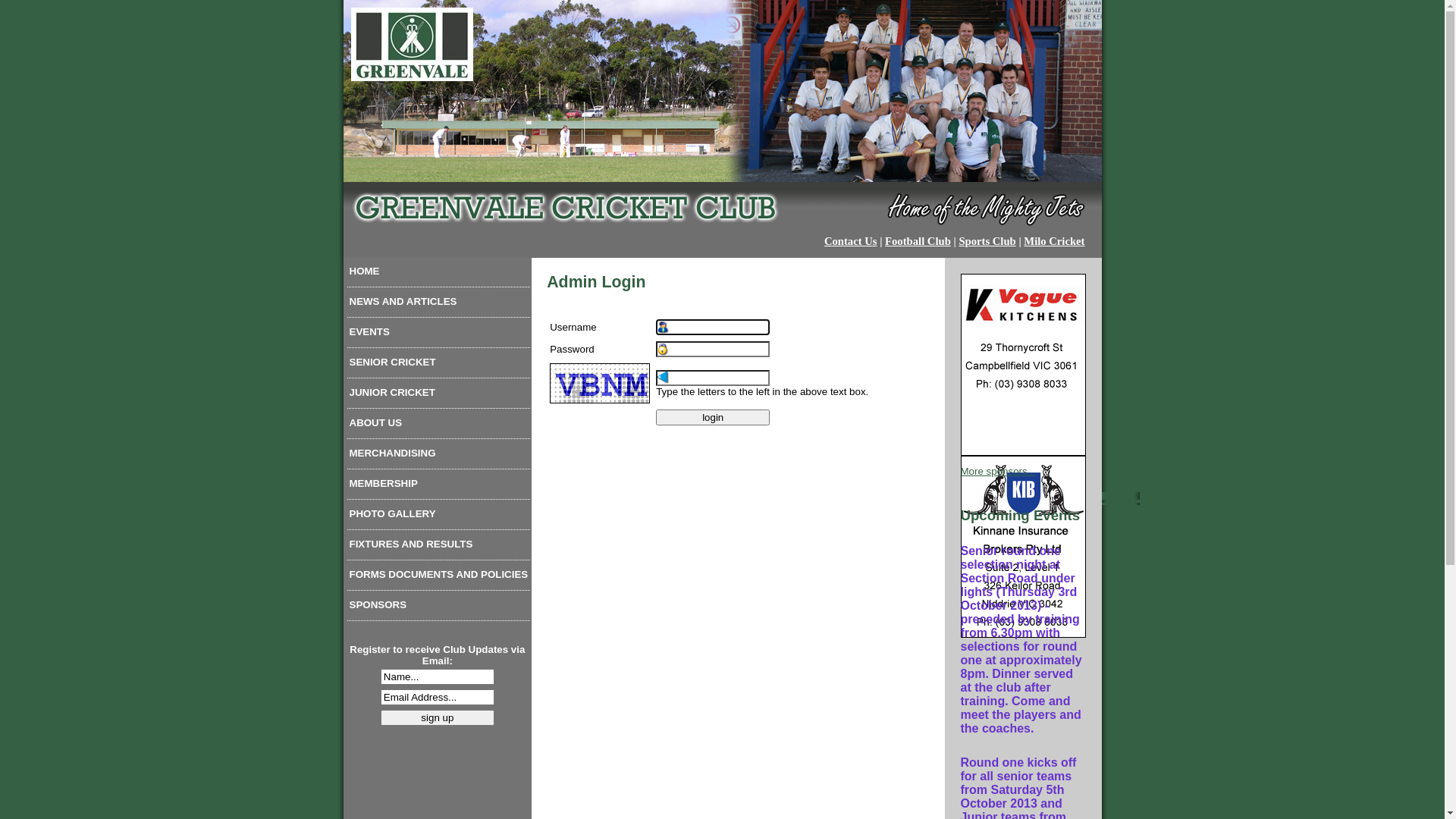  I want to click on 'login', so click(712, 417).